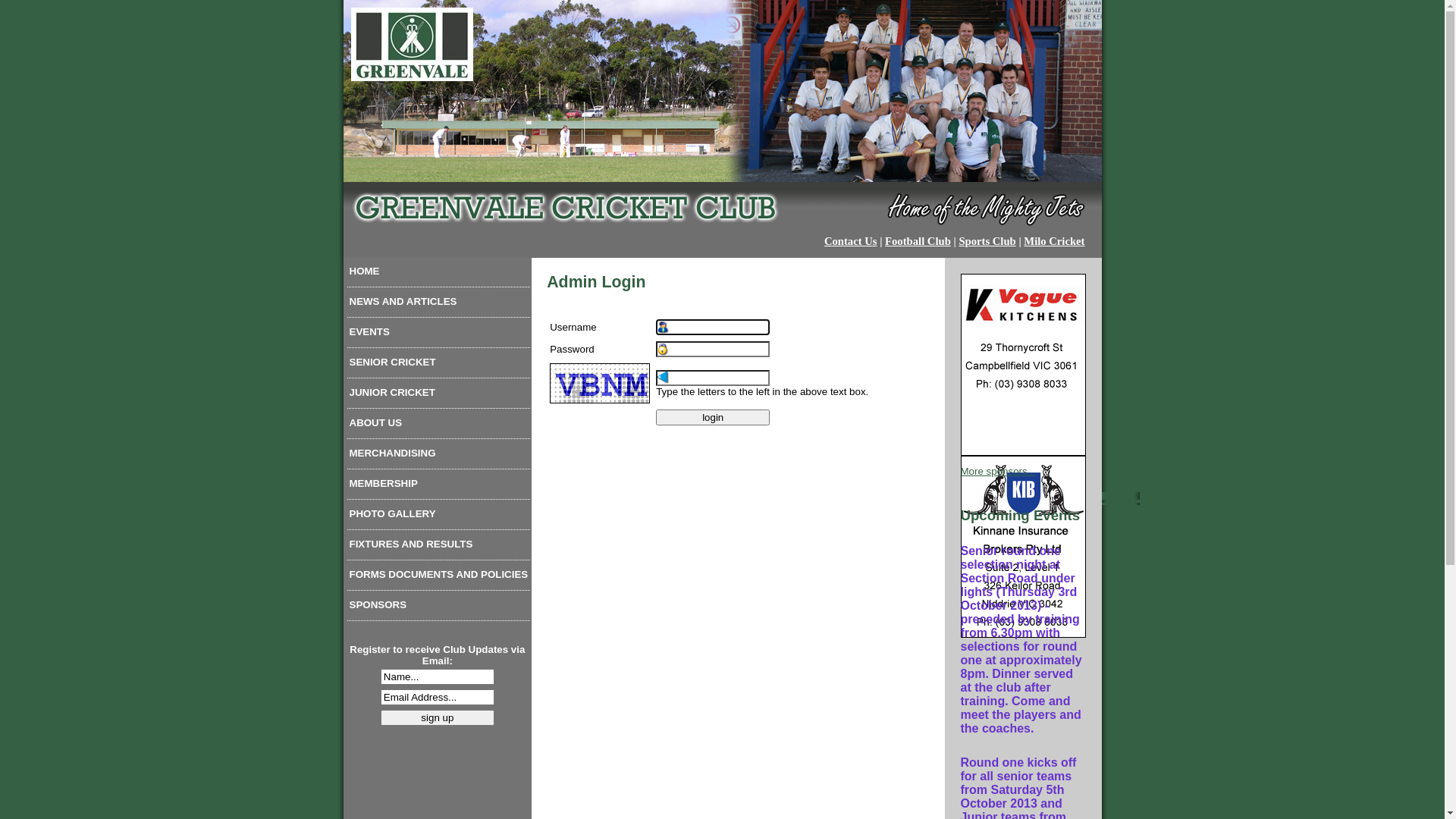  I want to click on 'login', so click(712, 417).